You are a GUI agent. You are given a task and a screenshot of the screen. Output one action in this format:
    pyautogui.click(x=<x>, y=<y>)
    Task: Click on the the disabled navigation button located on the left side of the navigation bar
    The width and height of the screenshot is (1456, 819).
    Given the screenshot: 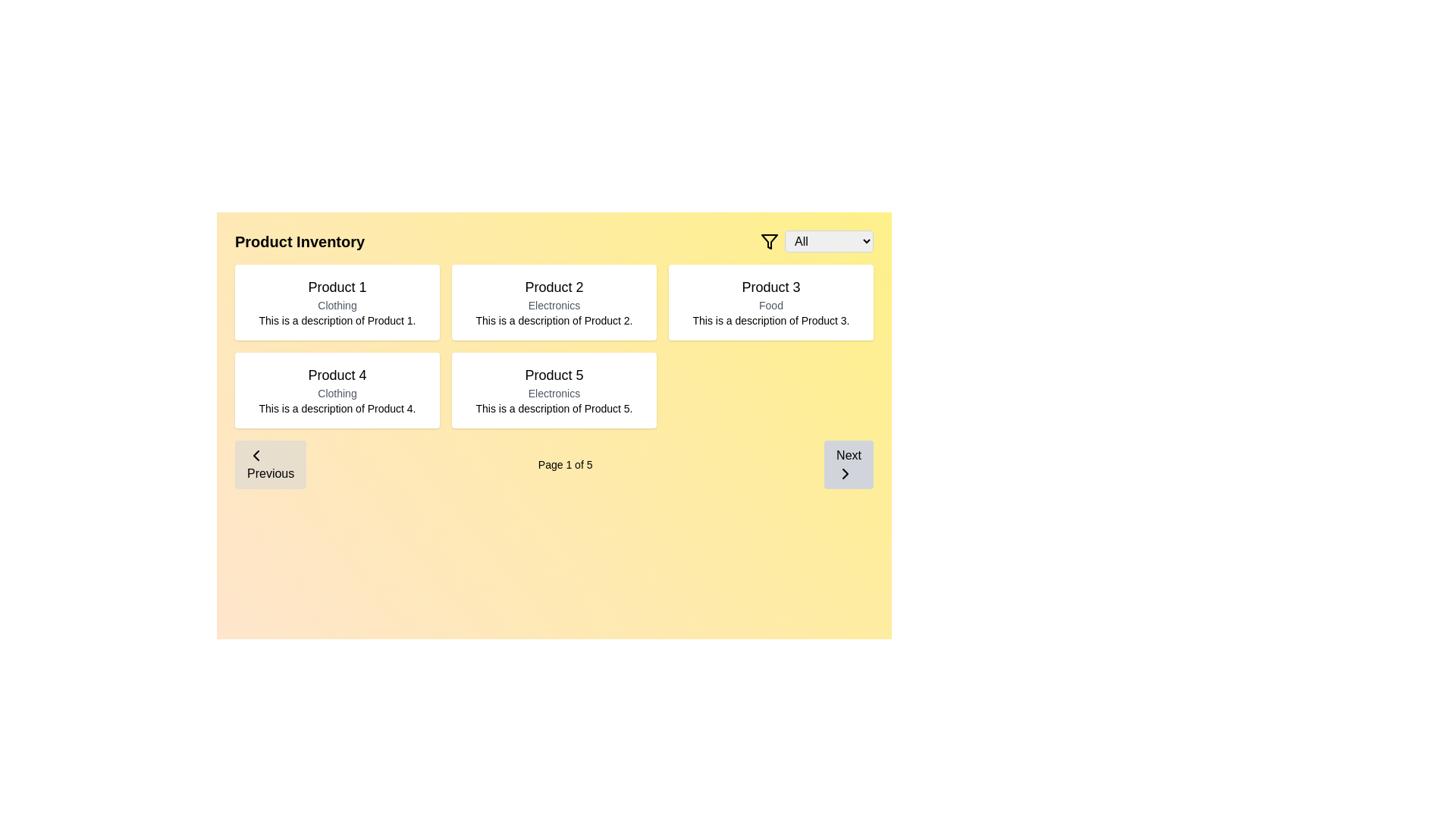 What is the action you would take?
    pyautogui.click(x=271, y=464)
    